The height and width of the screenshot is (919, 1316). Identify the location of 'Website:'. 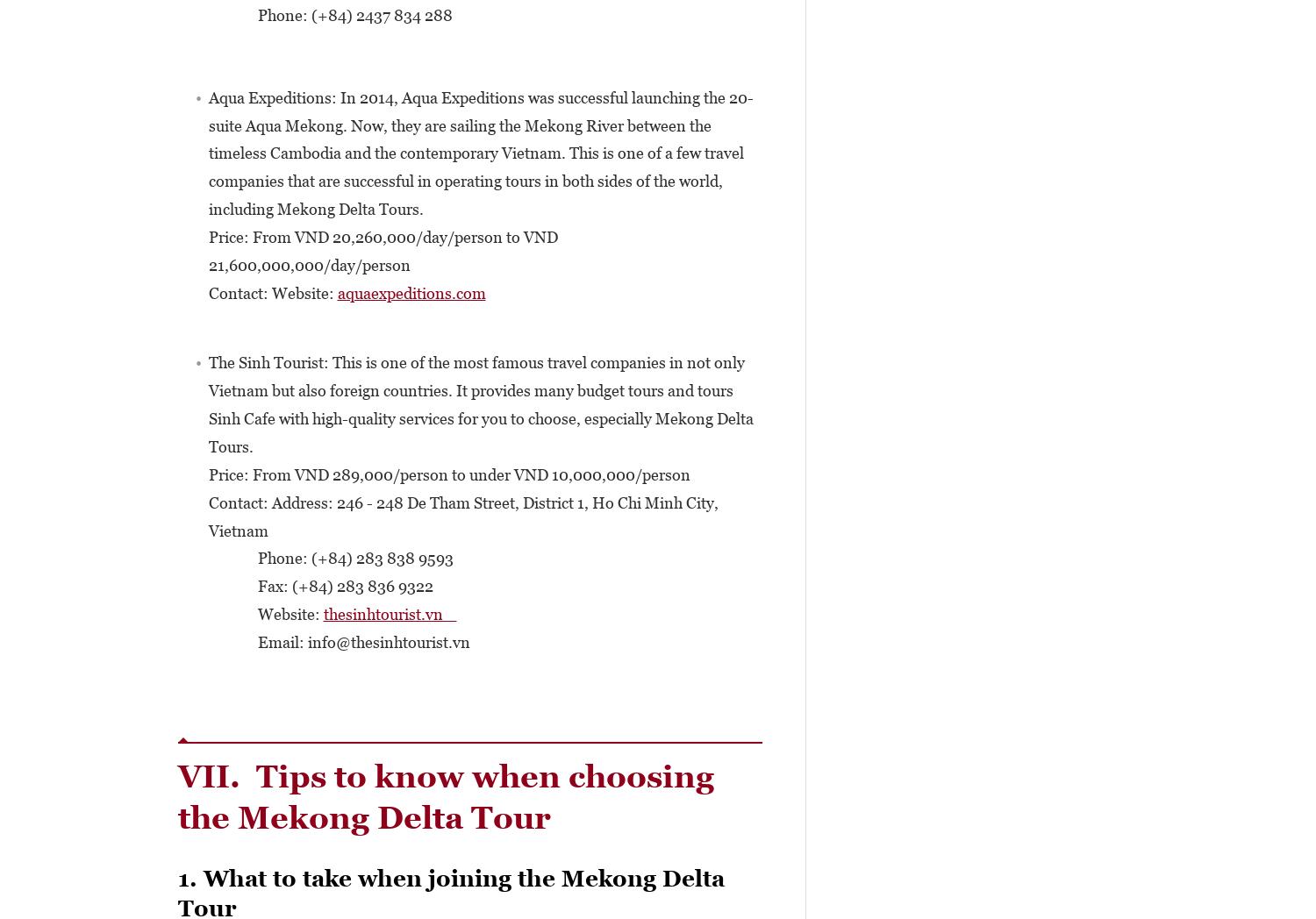
(265, 613).